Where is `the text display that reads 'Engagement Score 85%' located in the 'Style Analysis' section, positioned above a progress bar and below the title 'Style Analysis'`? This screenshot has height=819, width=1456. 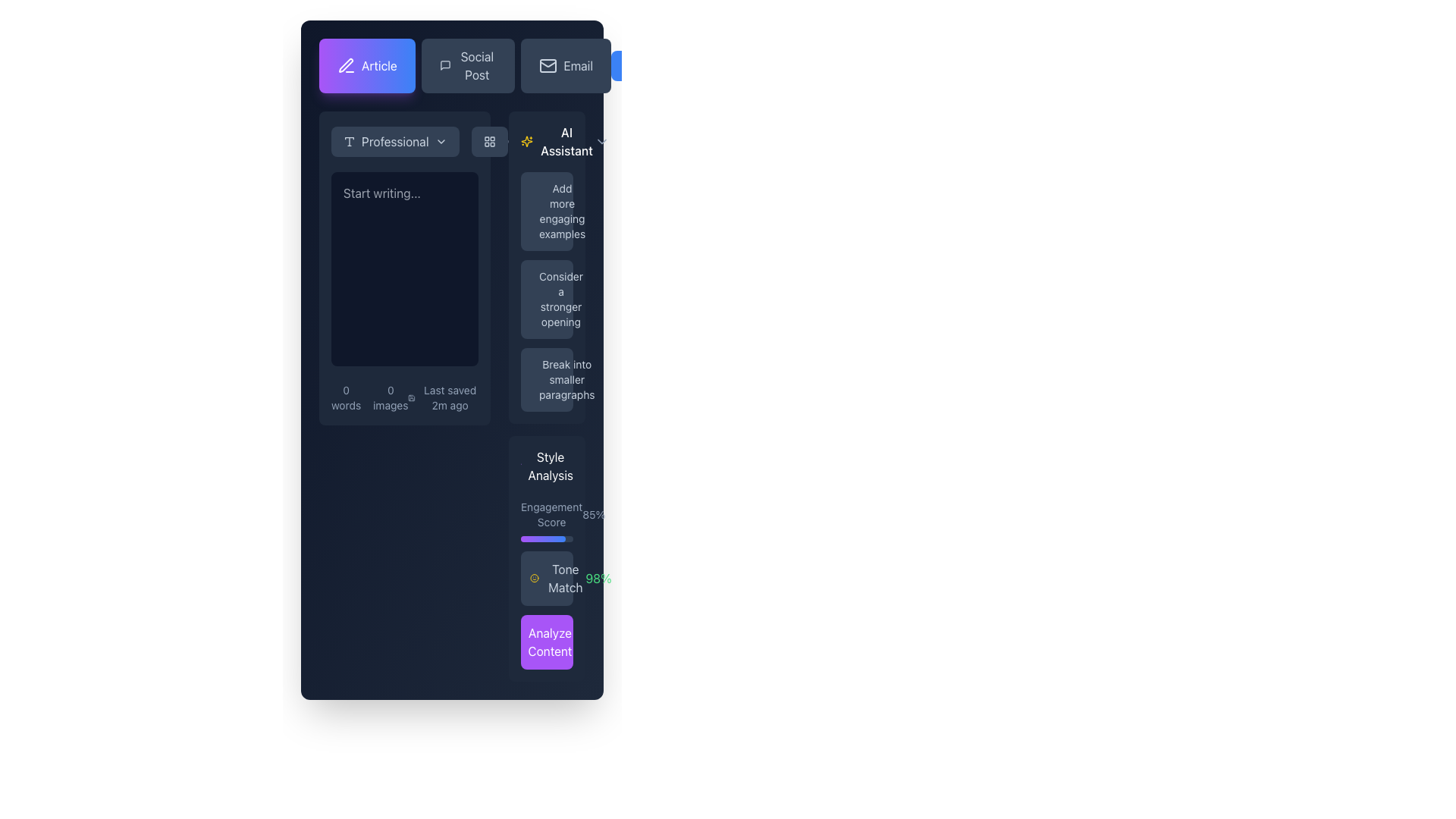
the text display that reads 'Engagement Score 85%' located in the 'Style Analysis' section, positioned above a progress bar and below the title 'Style Analysis' is located at coordinates (546, 513).